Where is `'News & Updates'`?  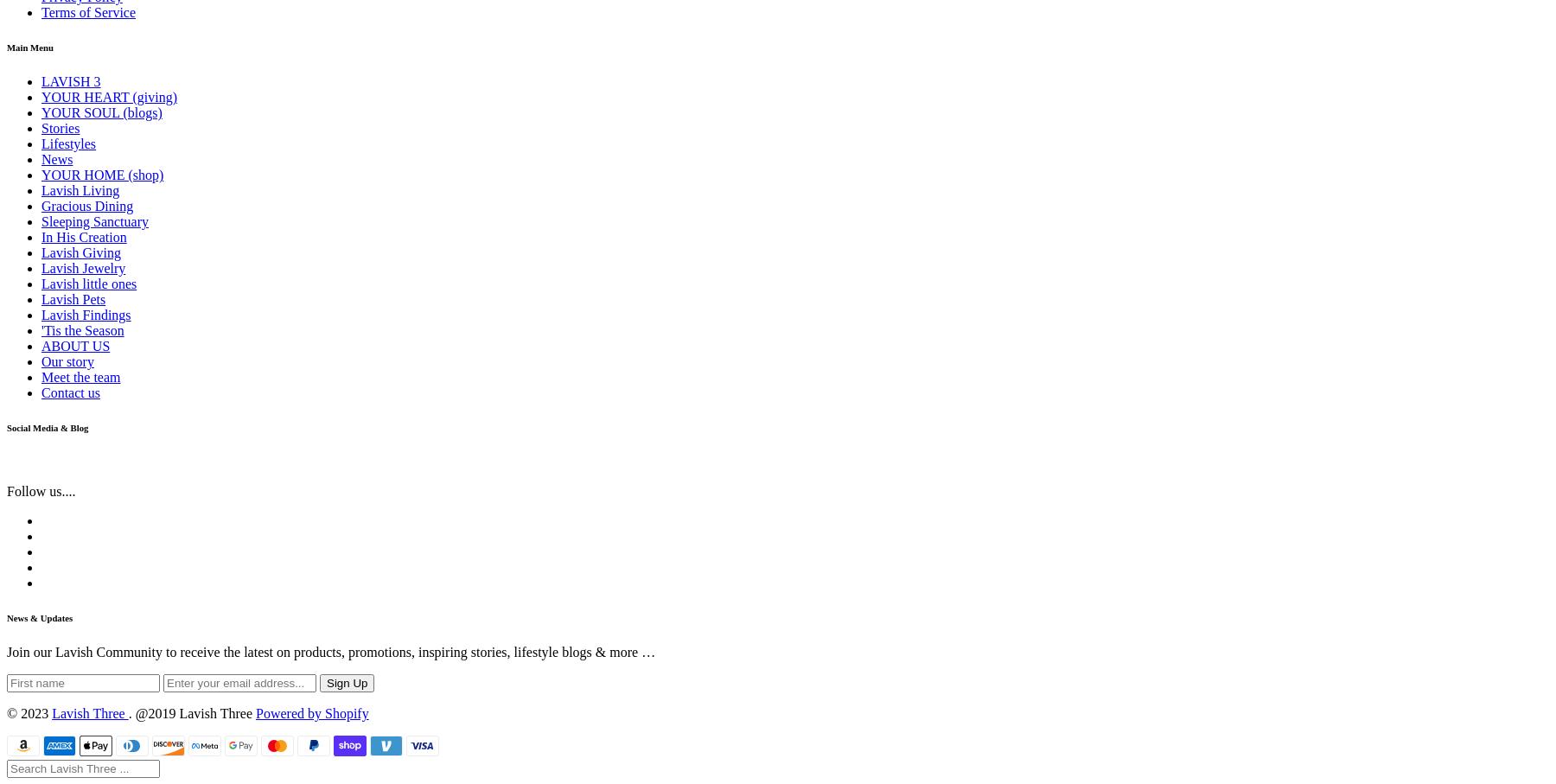 'News & Updates' is located at coordinates (39, 617).